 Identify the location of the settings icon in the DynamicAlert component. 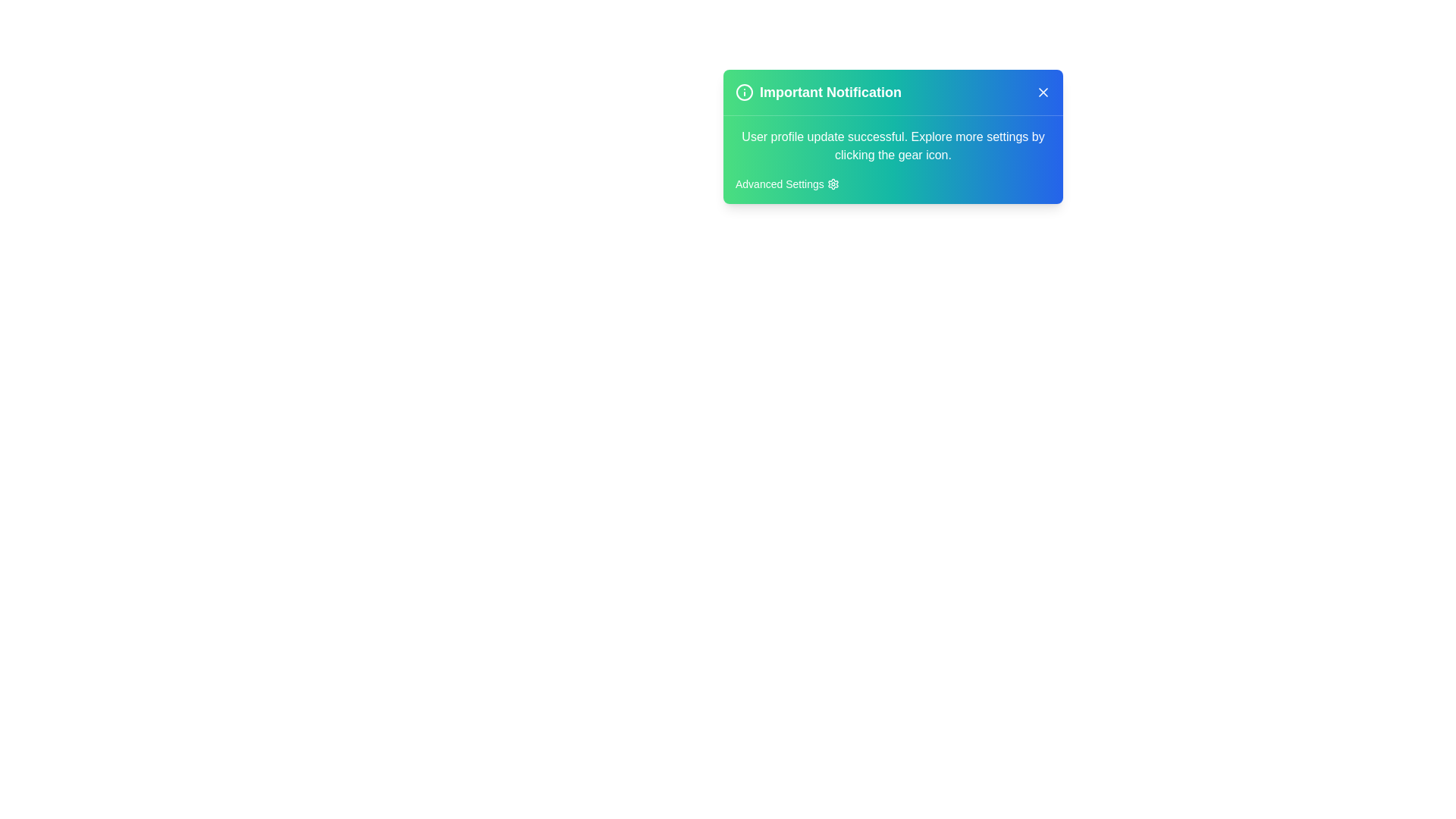
(832, 184).